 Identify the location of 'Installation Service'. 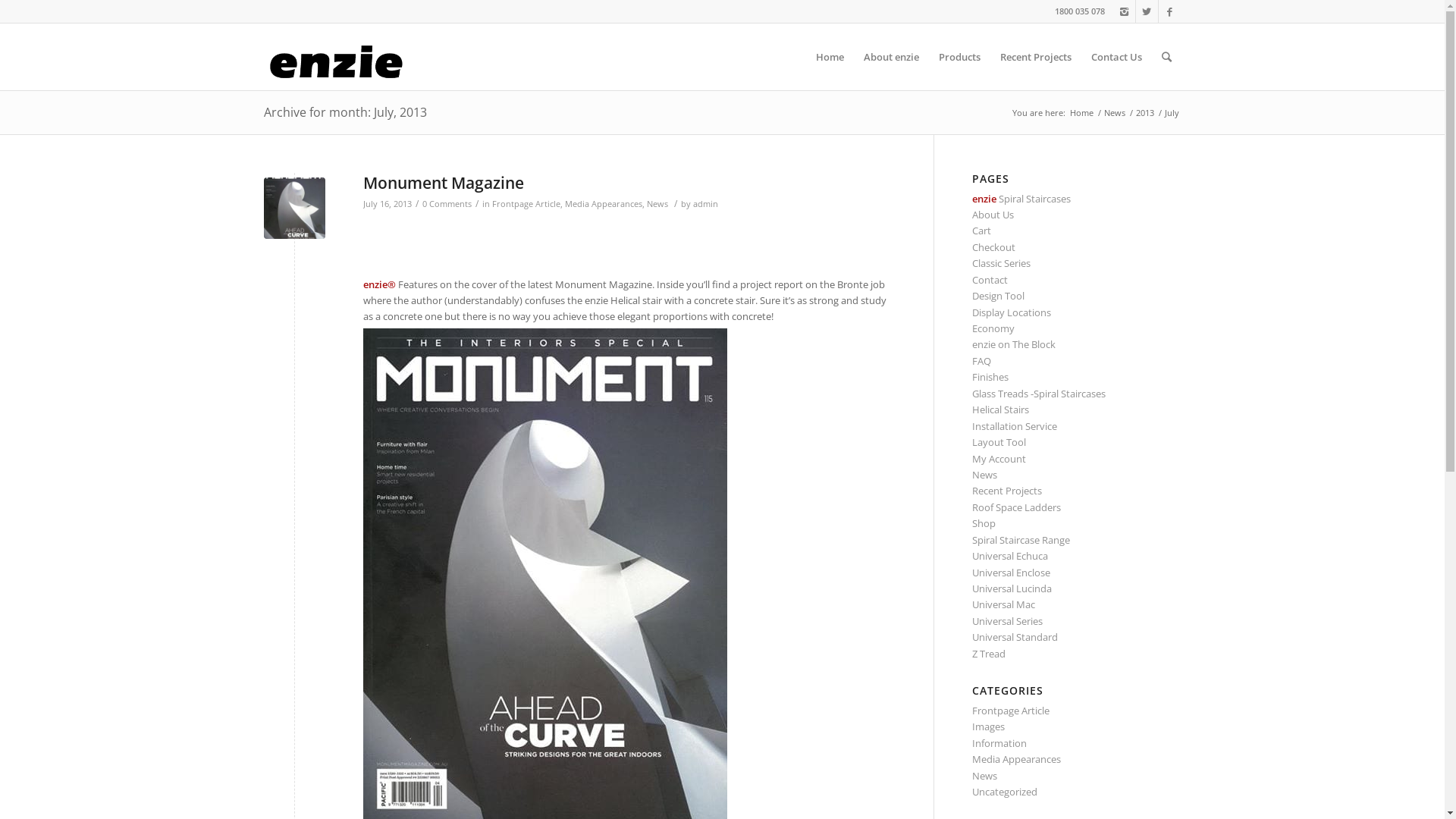
(971, 426).